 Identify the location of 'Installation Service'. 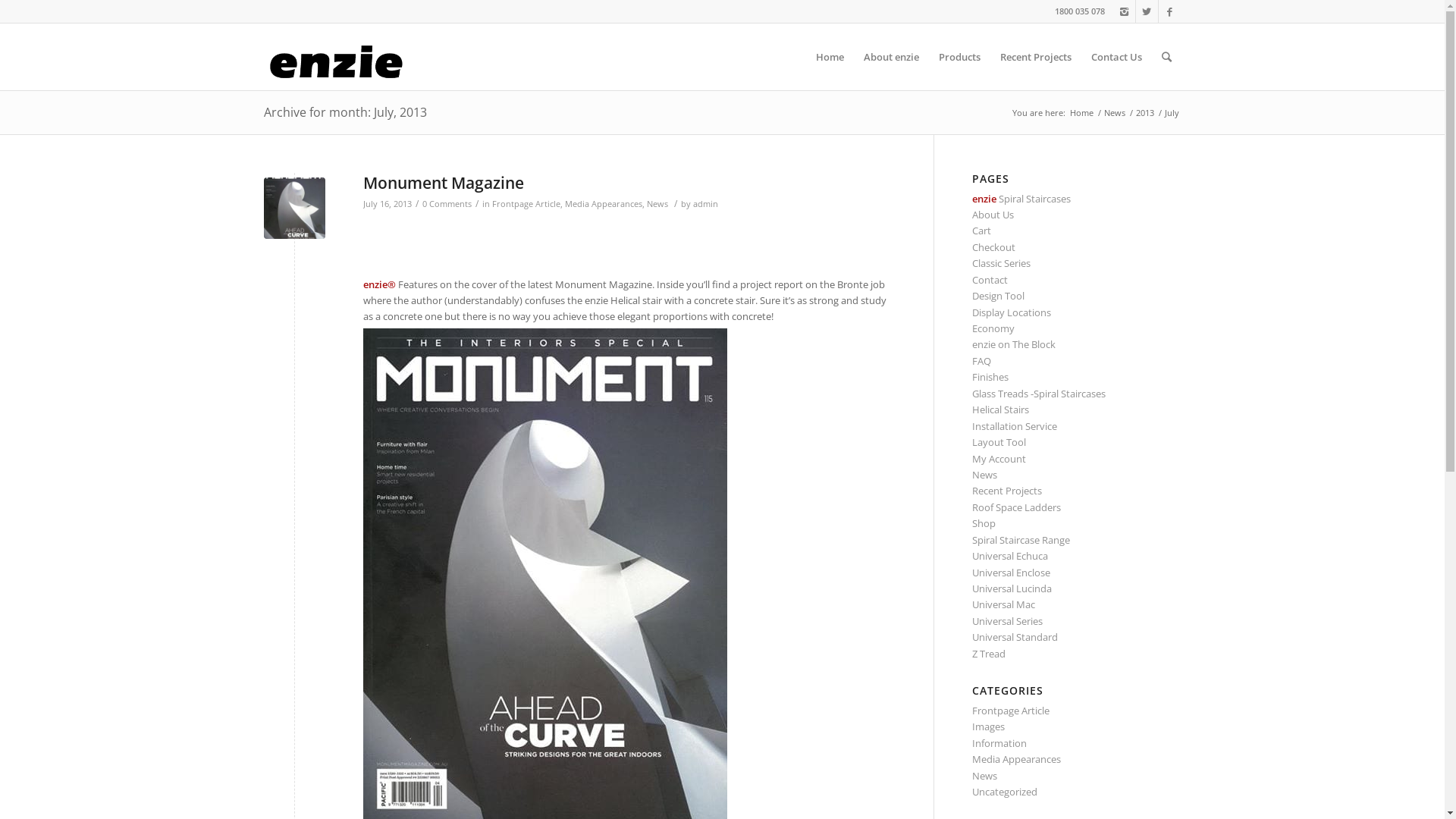
(971, 426).